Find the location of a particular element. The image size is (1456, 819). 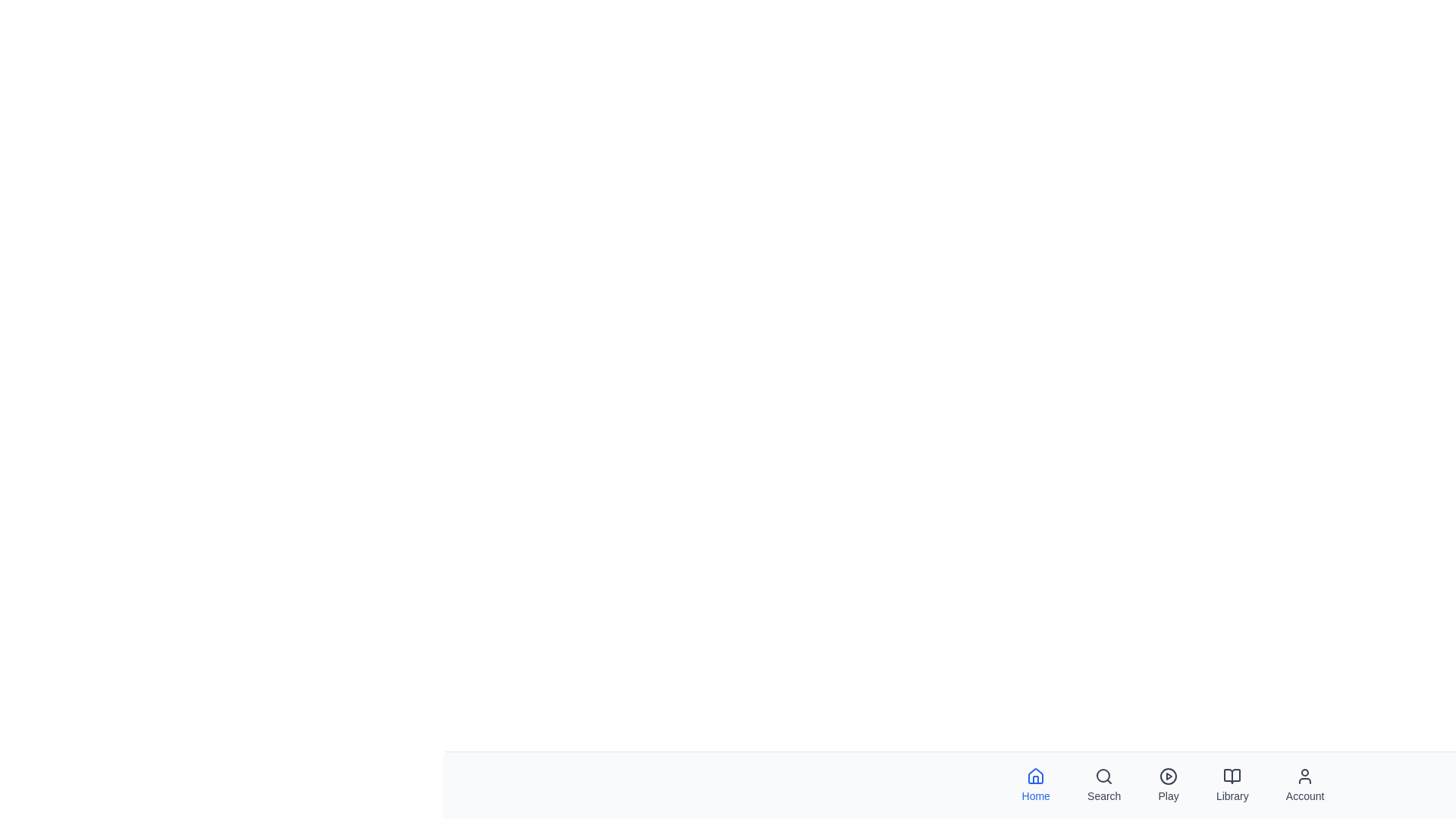

the Library tab in the bottom navigation bar is located at coordinates (1232, 785).